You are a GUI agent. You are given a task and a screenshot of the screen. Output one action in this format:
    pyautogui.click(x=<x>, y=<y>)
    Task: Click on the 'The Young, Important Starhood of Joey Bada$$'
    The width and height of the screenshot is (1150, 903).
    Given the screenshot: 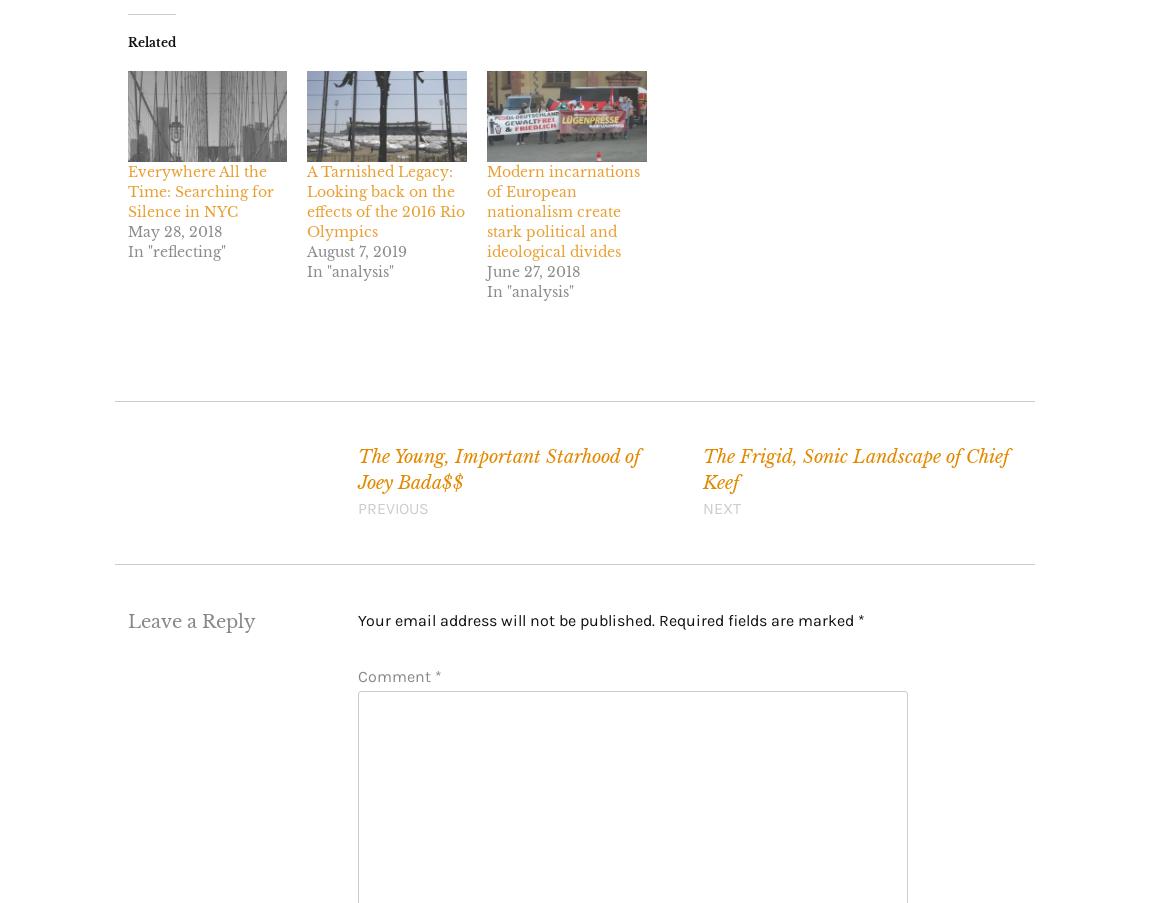 What is the action you would take?
    pyautogui.click(x=356, y=469)
    